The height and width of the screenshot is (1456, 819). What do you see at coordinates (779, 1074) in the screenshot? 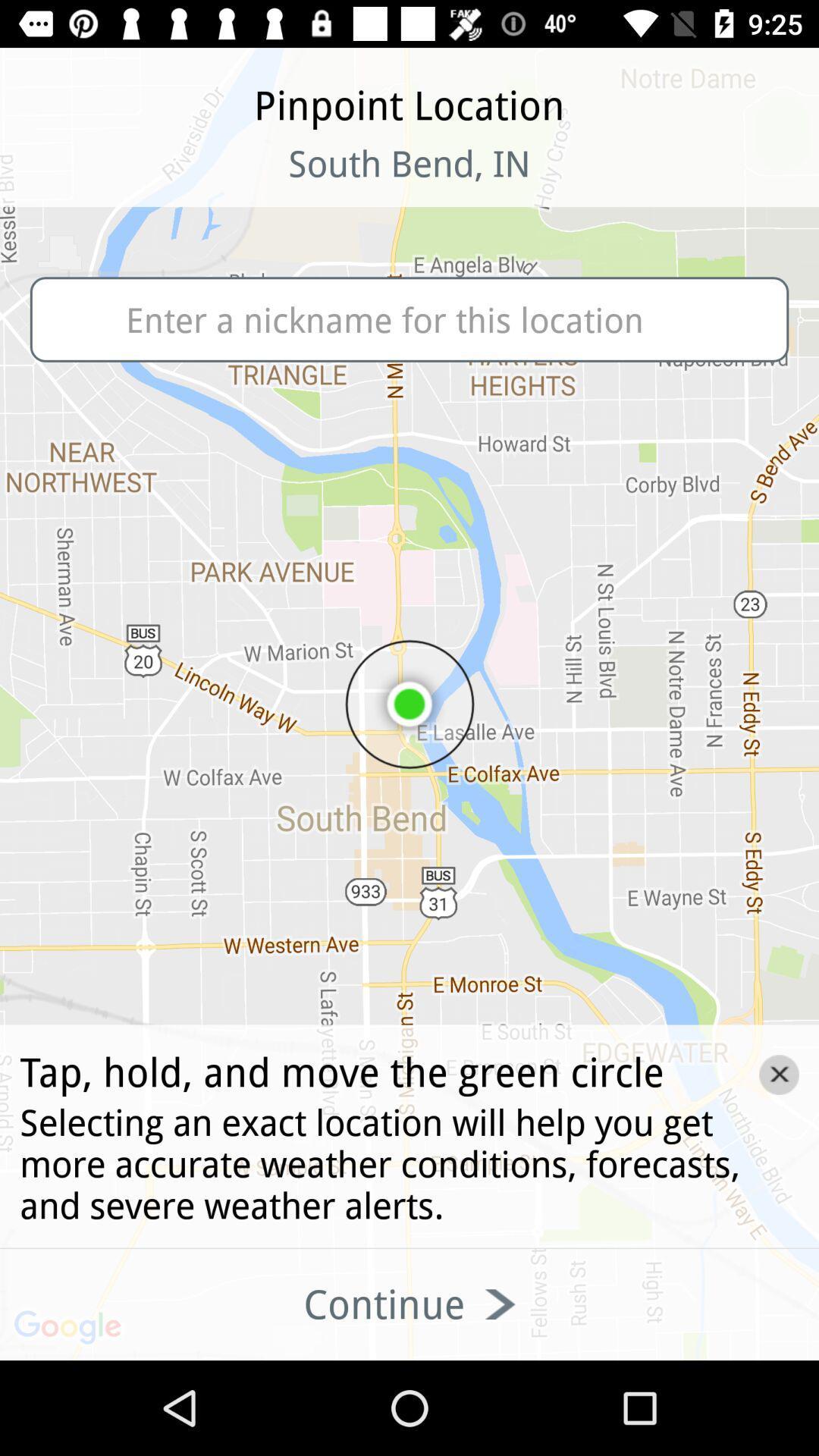
I see `the close icon` at bounding box center [779, 1074].